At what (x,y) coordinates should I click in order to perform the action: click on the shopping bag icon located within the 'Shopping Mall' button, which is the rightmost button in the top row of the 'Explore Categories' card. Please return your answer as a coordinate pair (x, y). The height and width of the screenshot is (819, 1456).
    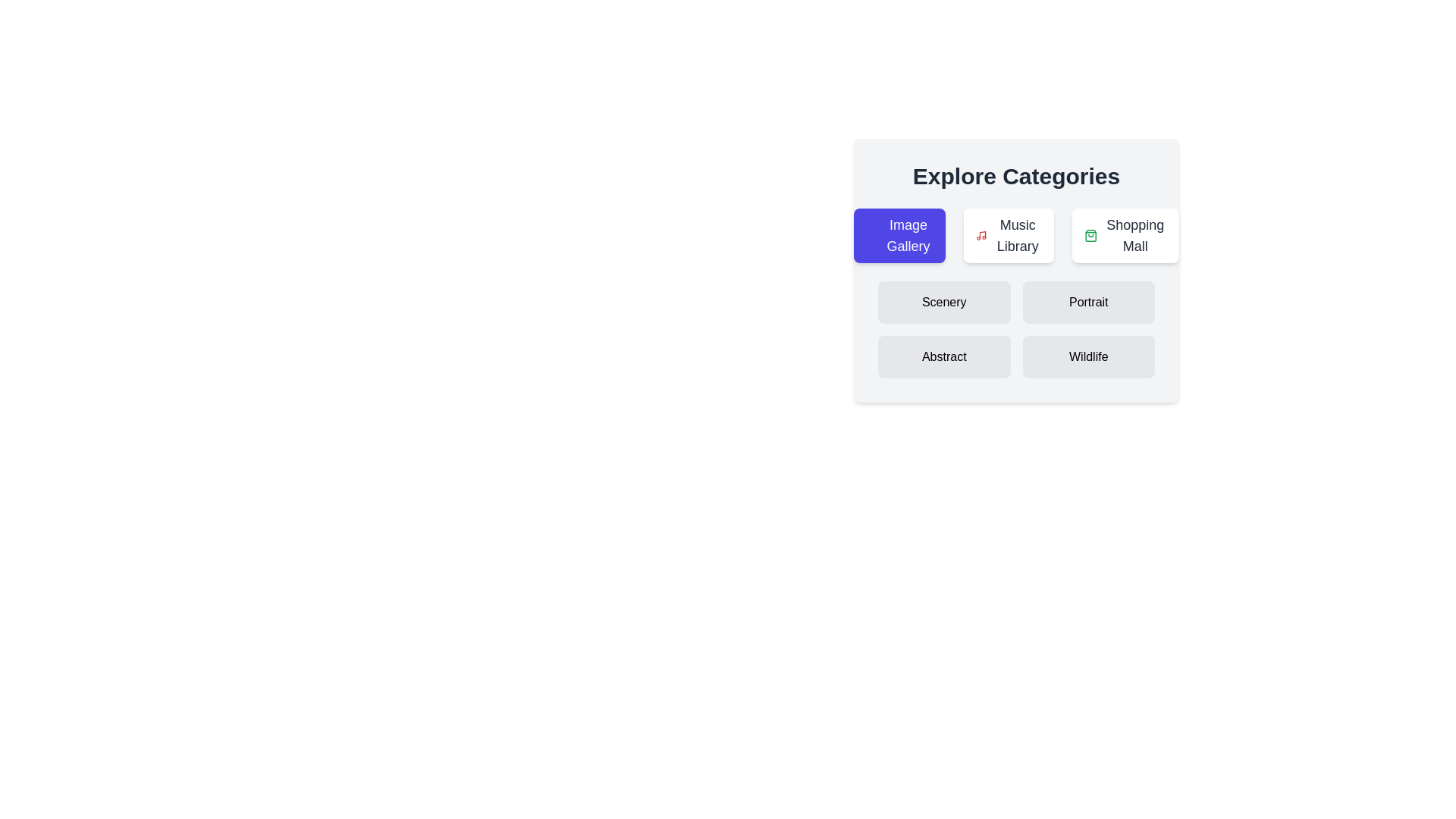
    Looking at the image, I should click on (1090, 236).